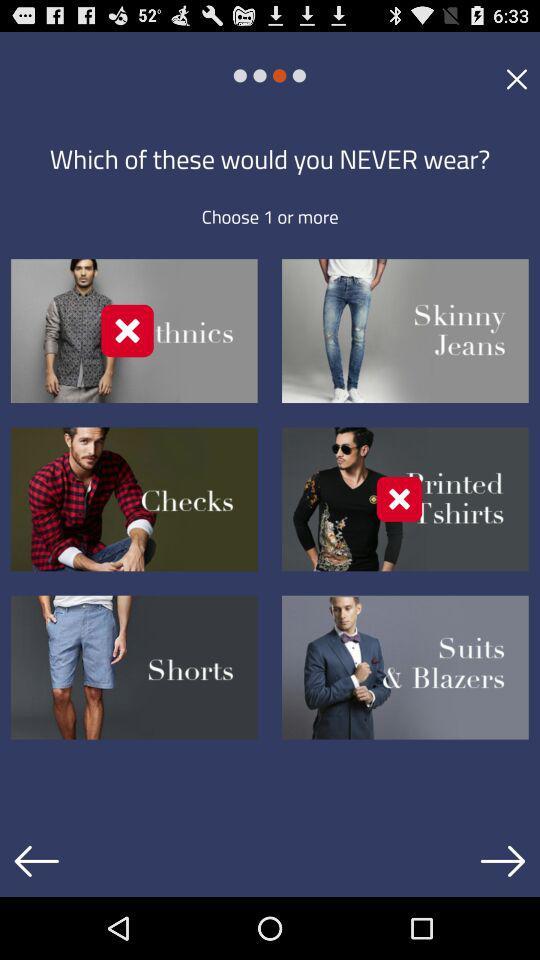  What do you see at coordinates (36, 860) in the screenshot?
I see `click back arrow icon` at bounding box center [36, 860].